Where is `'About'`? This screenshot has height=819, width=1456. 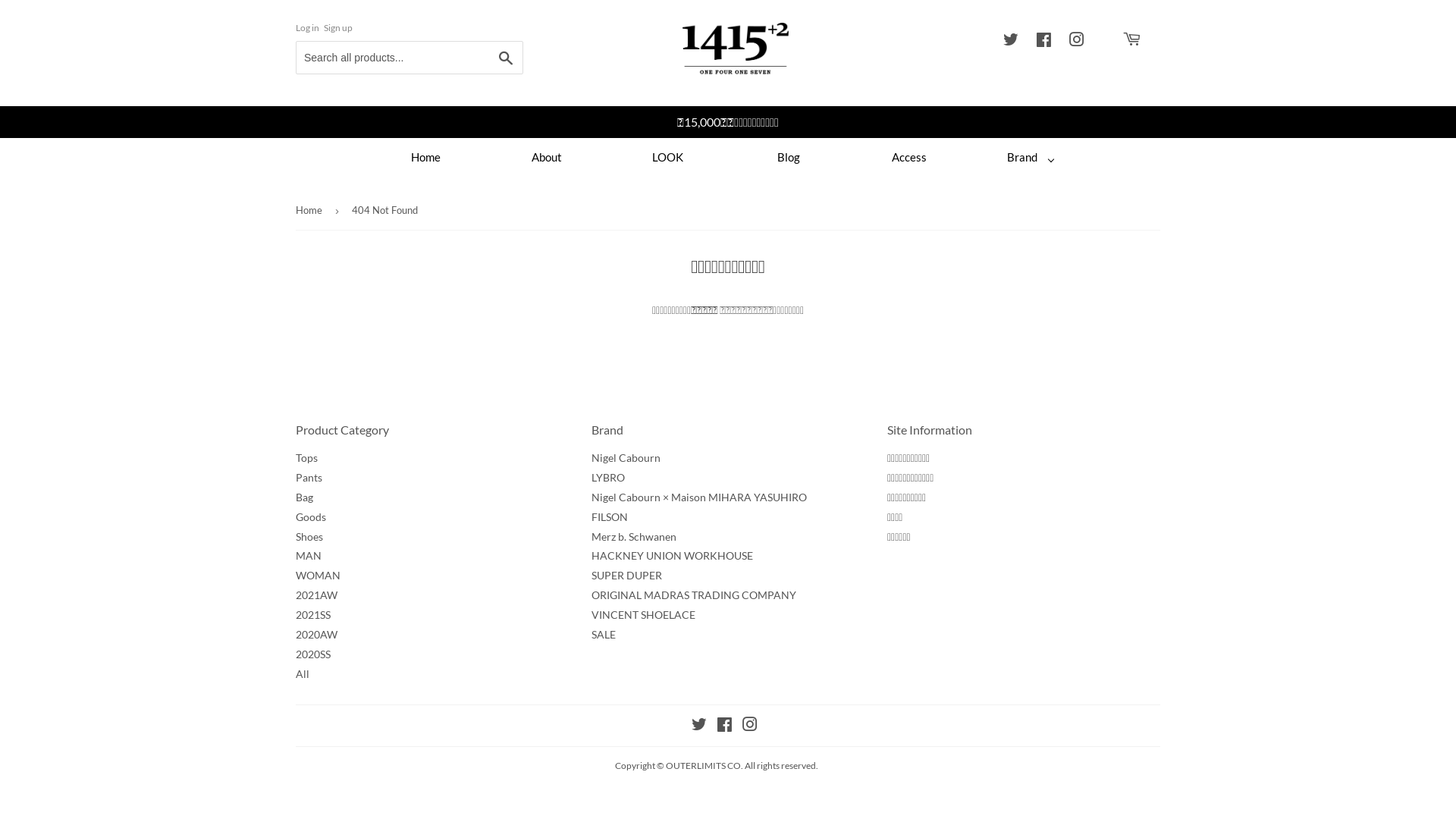
'About' is located at coordinates (546, 157).